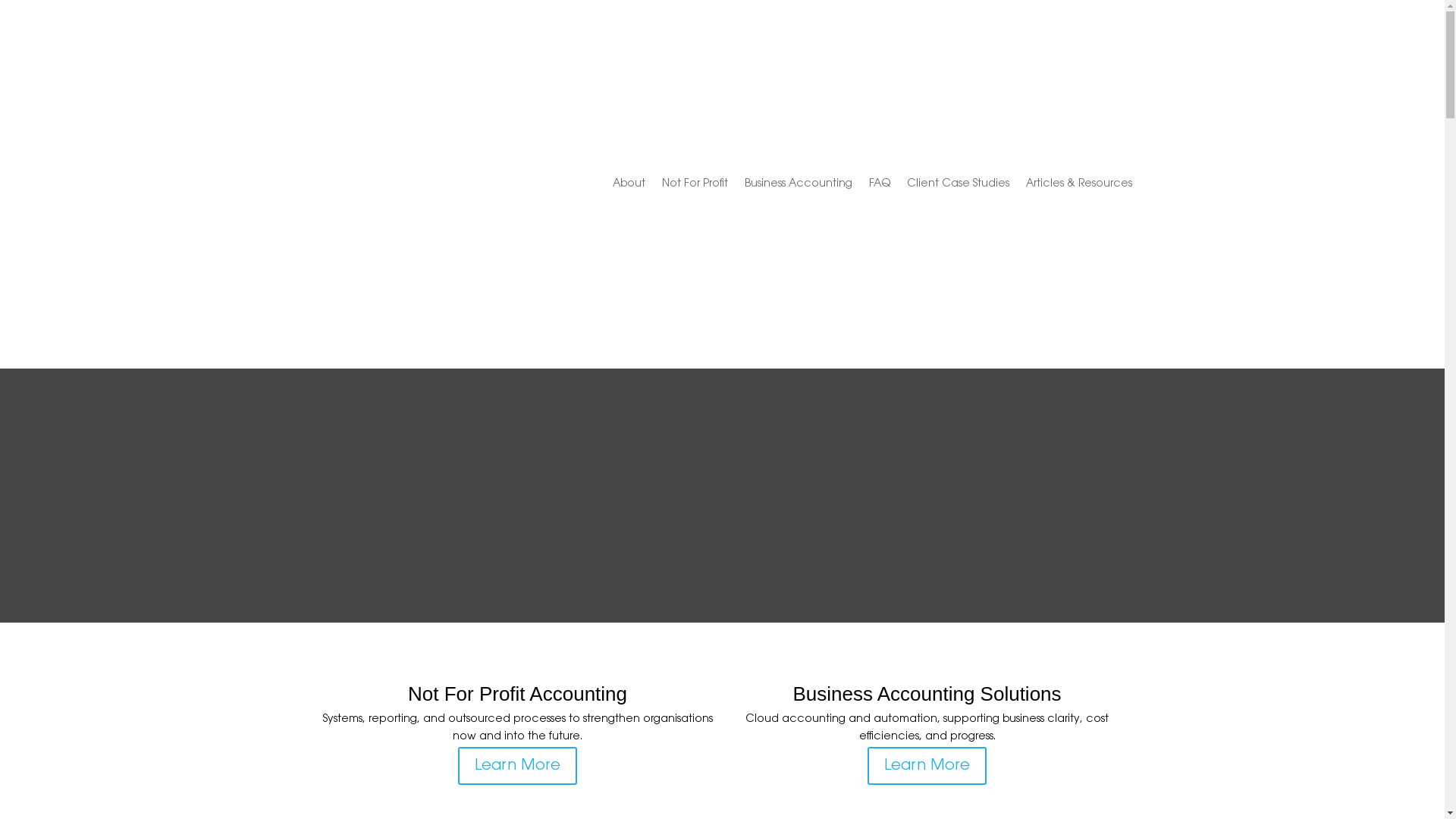  What do you see at coordinates (1025, 184) in the screenshot?
I see `'Articles & Resources'` at bounding box center [1025, 184].